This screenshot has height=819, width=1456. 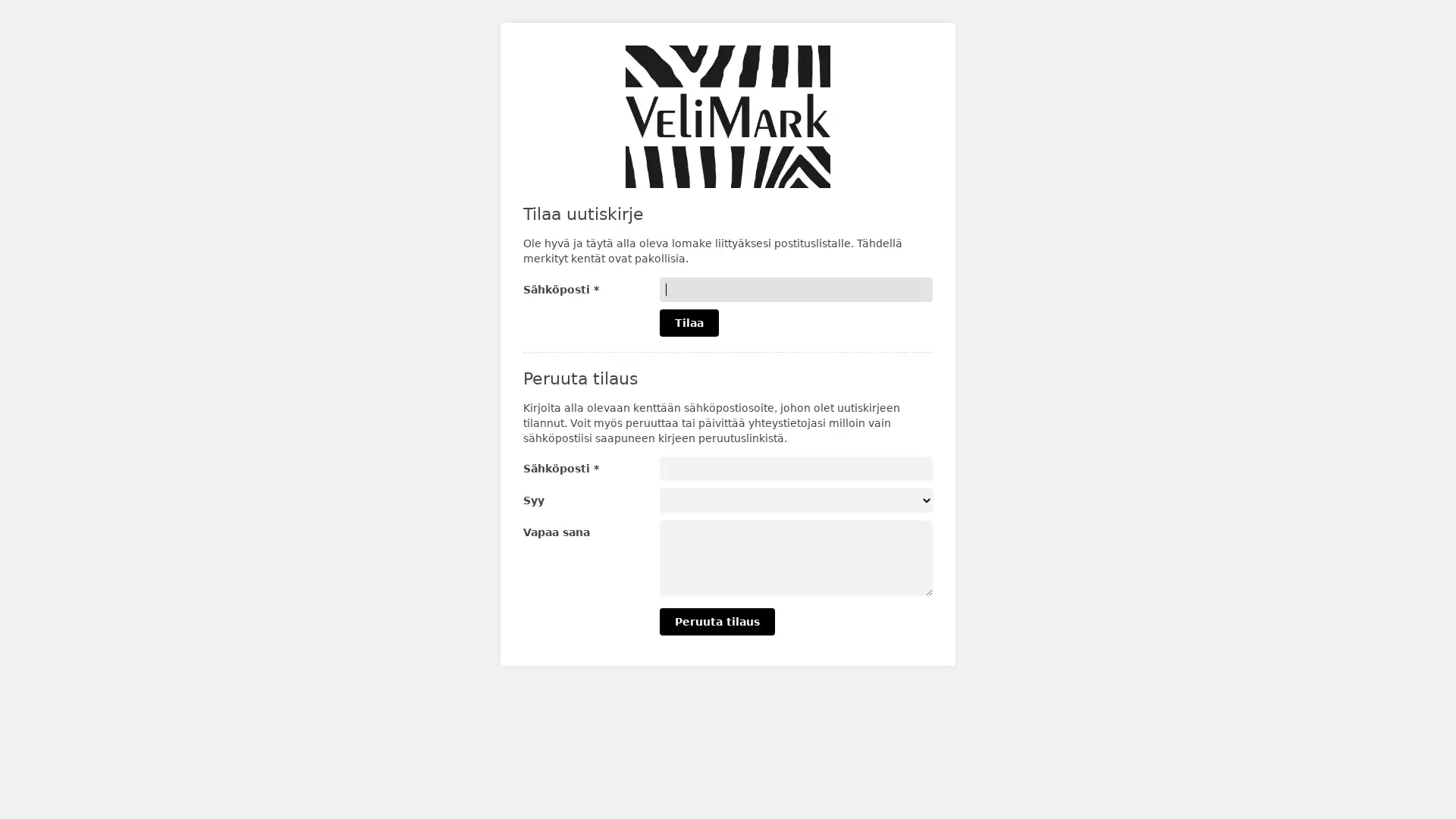 I want to click on Tilaa, so click(x=688, y=321).